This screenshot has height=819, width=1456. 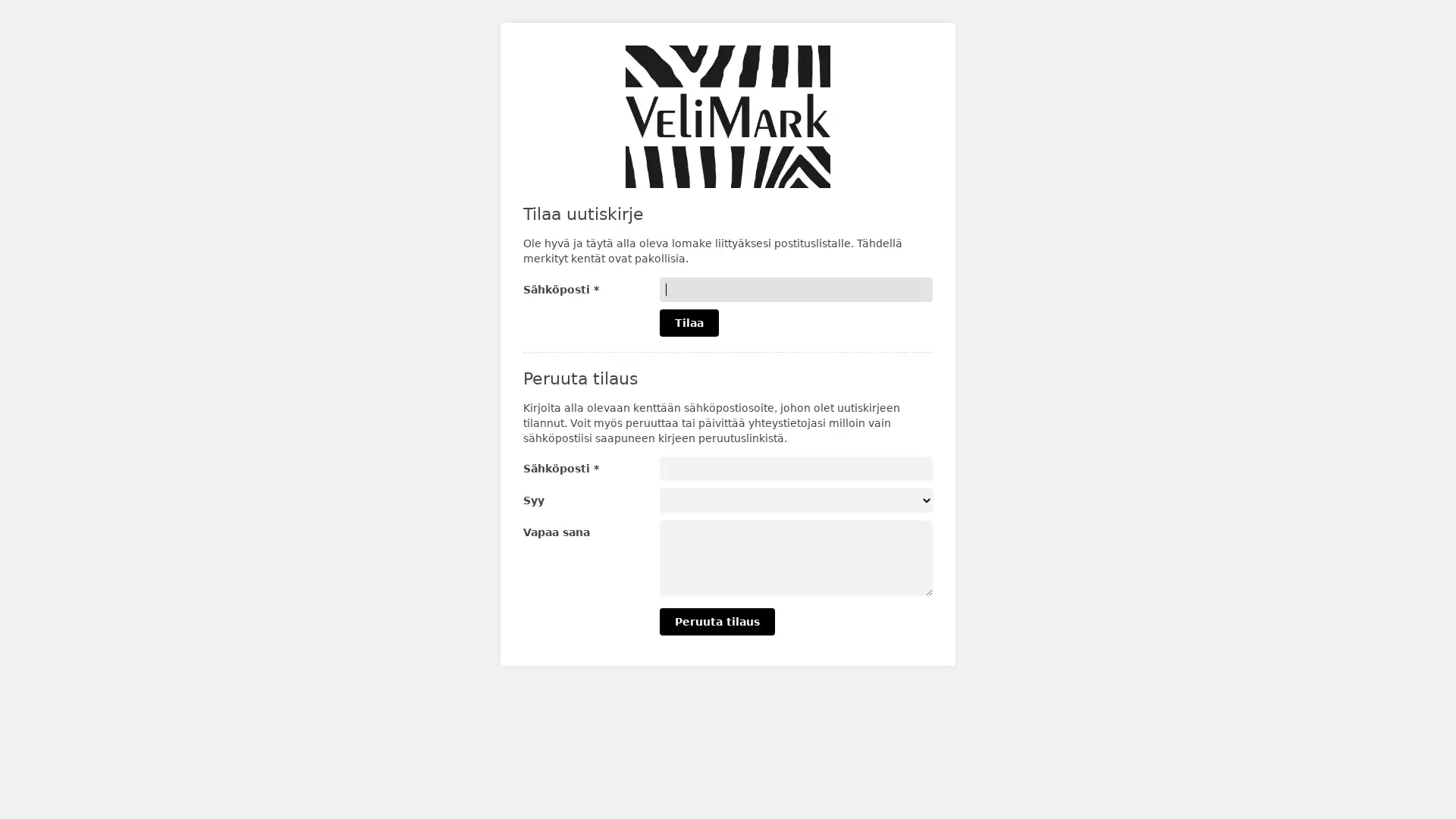 I want to click on Tilaa, so click(x=688, y=321).